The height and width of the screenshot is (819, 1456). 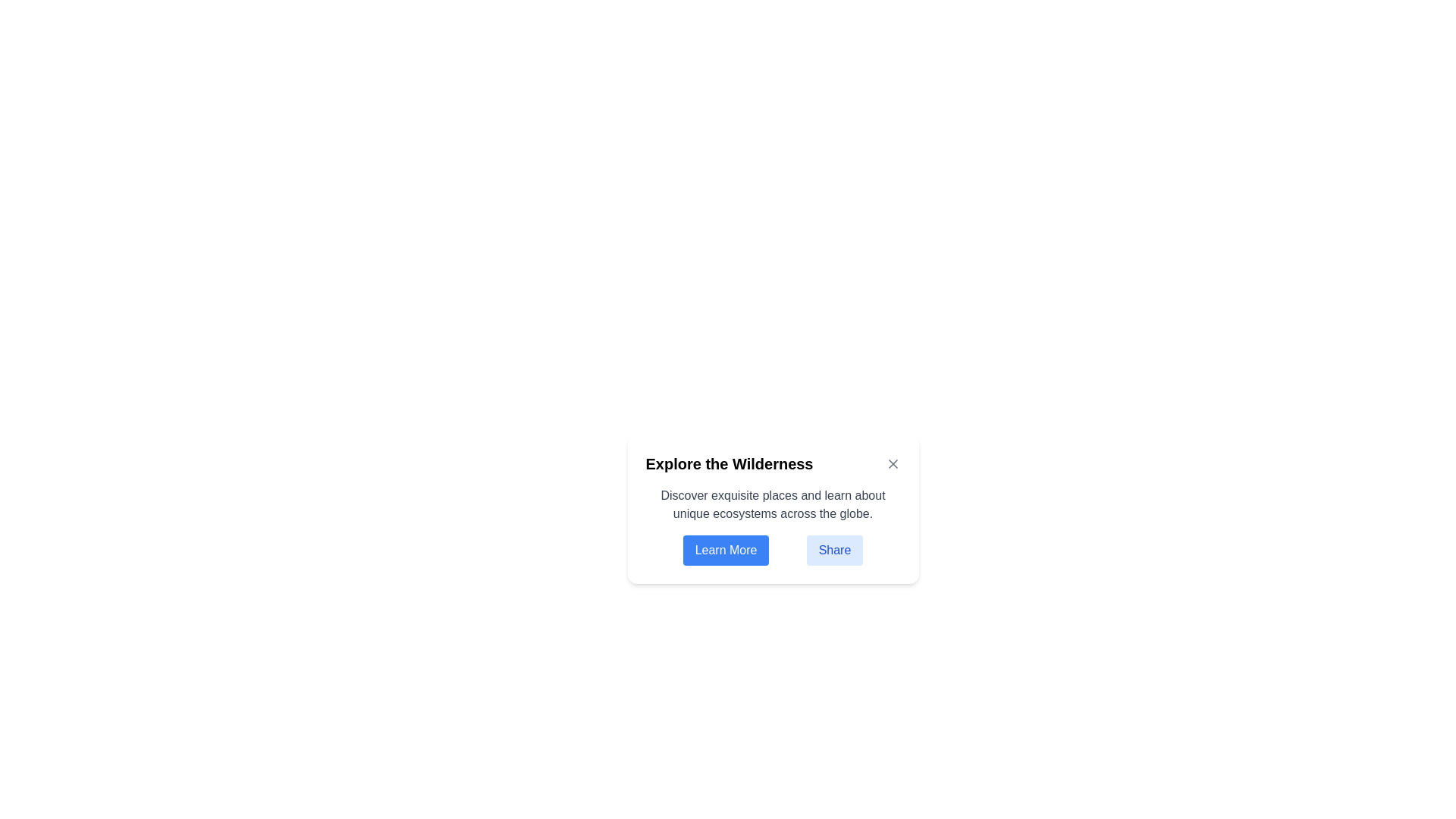 What do you see at coordinates (773, 505) in the screenshot?
I see `the informational text element located below the header 'Explore the Wilderness' and above the buttons 'Learn More' and 'Share'` at bounding box center [773, 505].